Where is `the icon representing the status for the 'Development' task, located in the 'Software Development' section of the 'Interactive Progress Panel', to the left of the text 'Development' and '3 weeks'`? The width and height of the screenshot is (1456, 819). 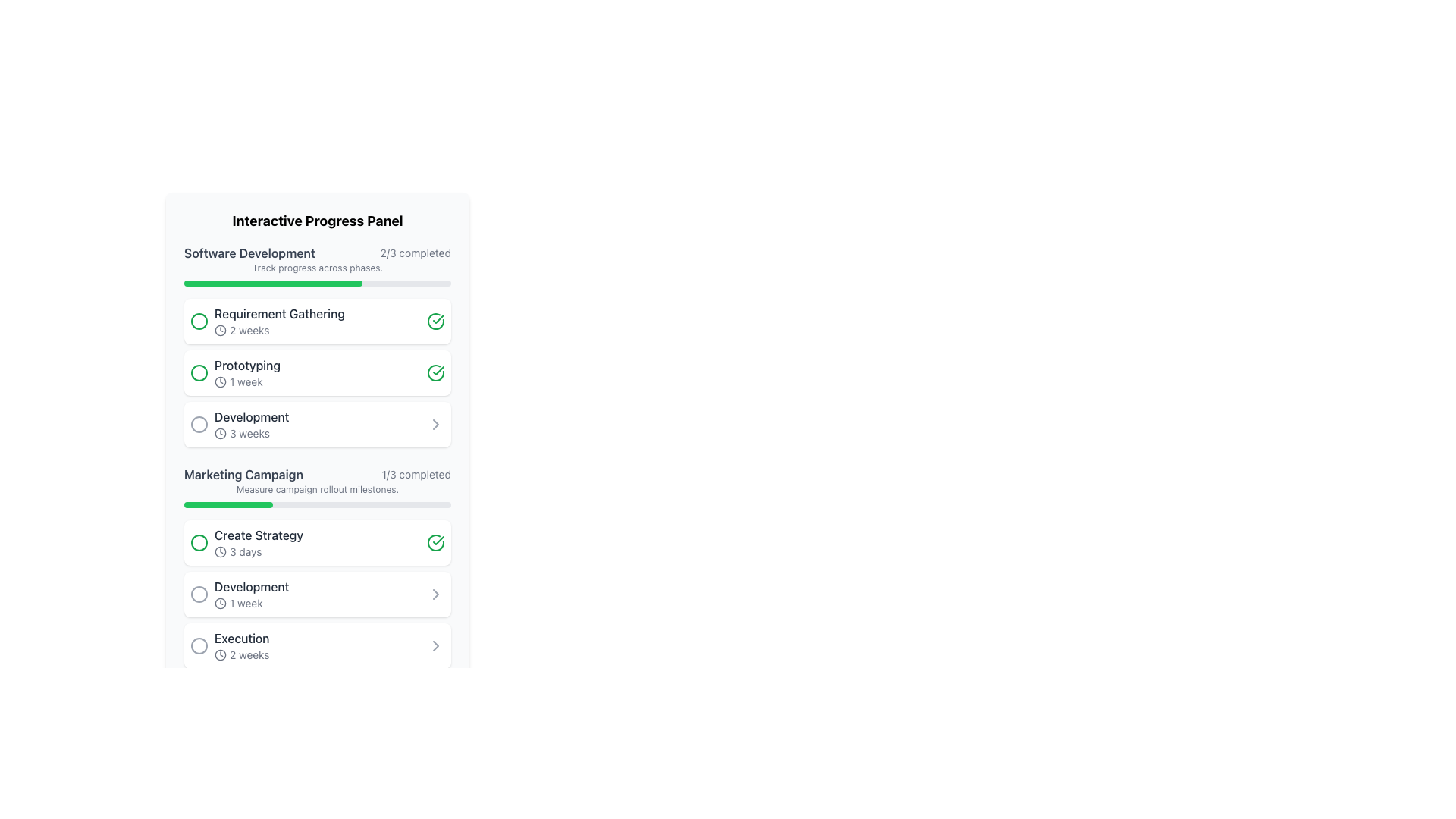
the icon representing the status for the 'Development' task, located in the 'Software Development' section of the 'Interactive Progress Panel', to the left of the text 'Development' and '3 weeks' is located at coordinates (199, 424).